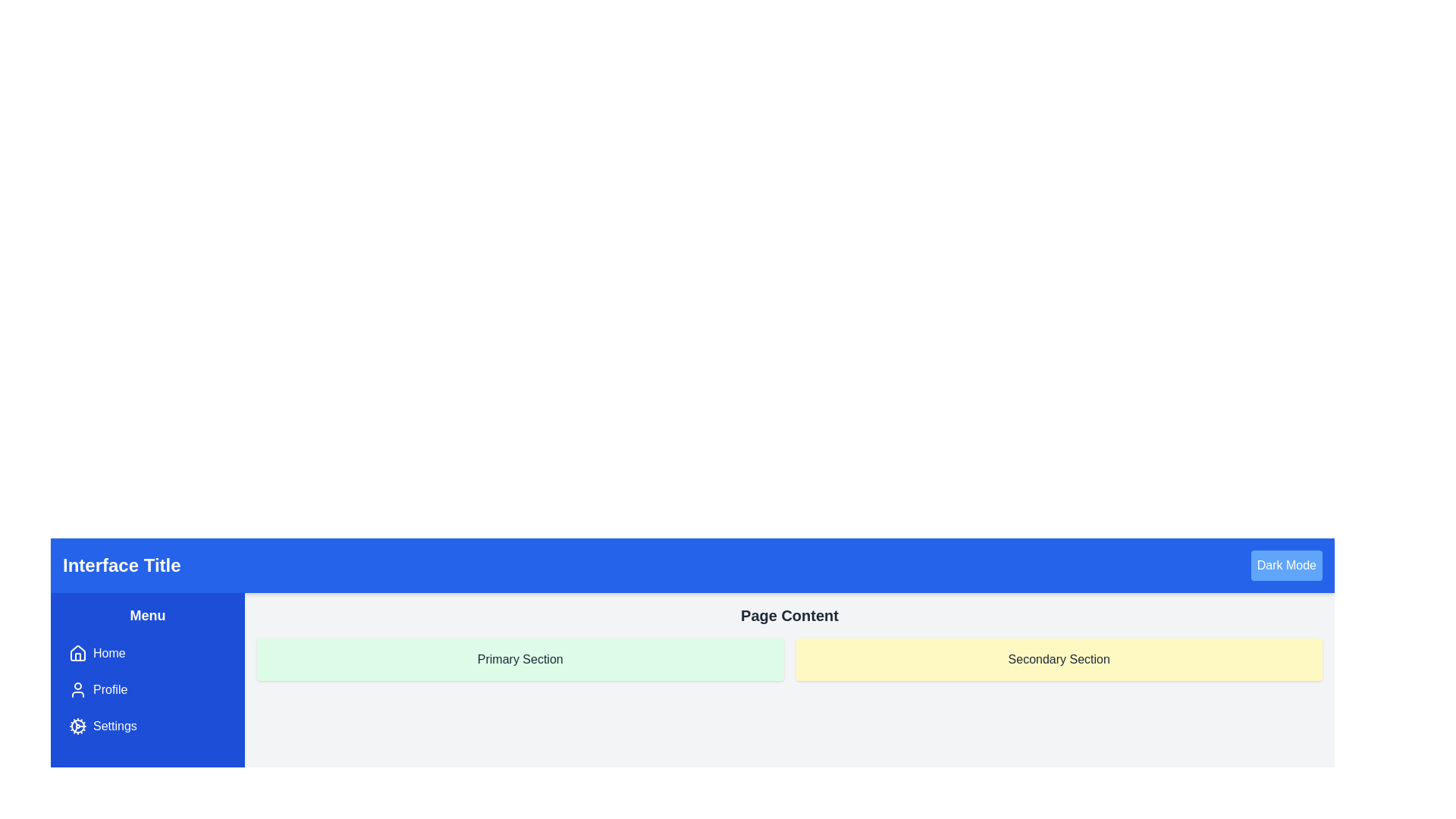  I want to click on the second item in the vertical menu list on the left side, which is dedicated, so click(148, 690).